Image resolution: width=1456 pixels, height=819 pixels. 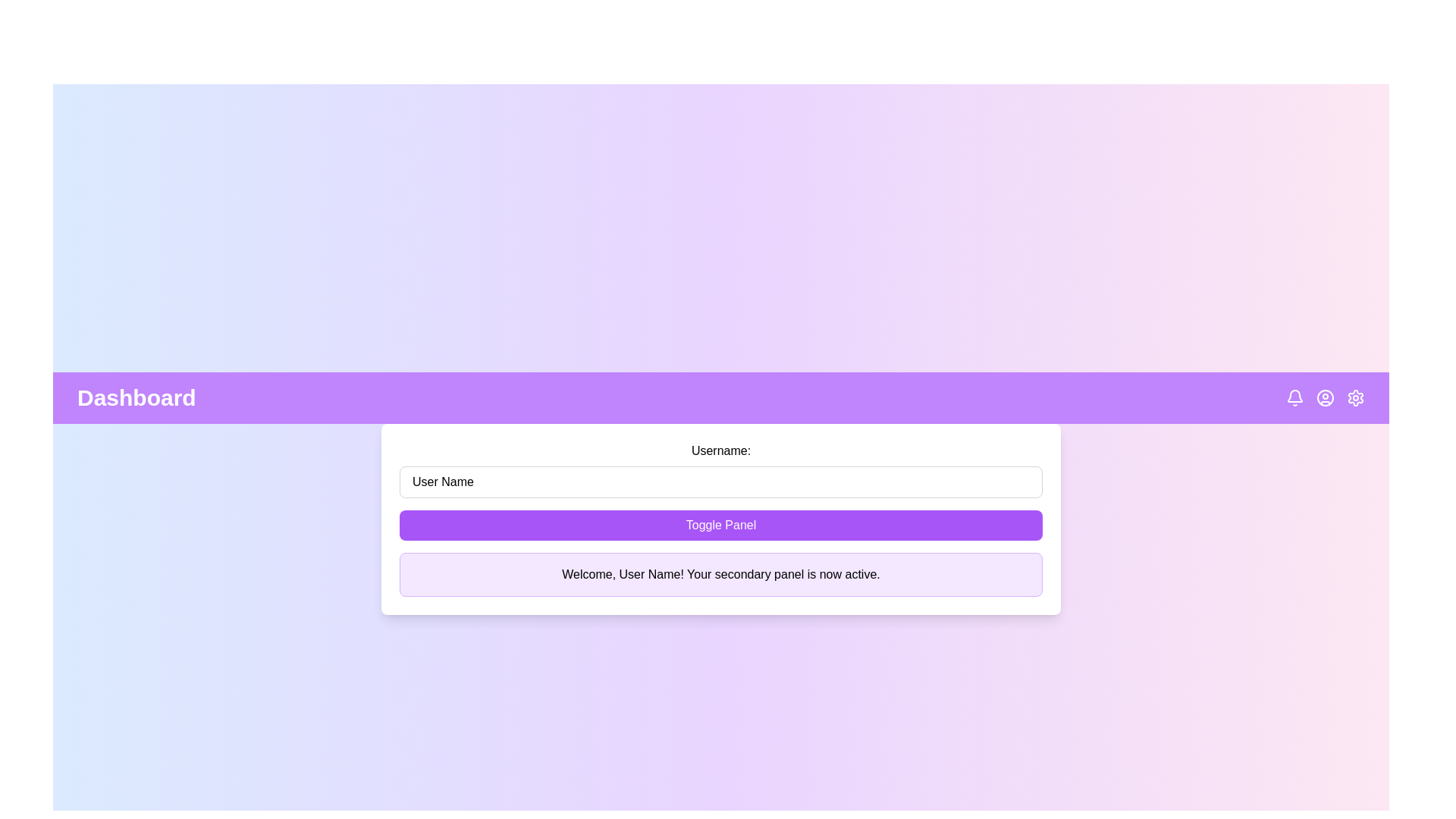 What do you see at coordinates (1294, 397) in the screenshot?
I see `the notification bell icon button located in the navigation bar` at bounding box center [1294, 397].